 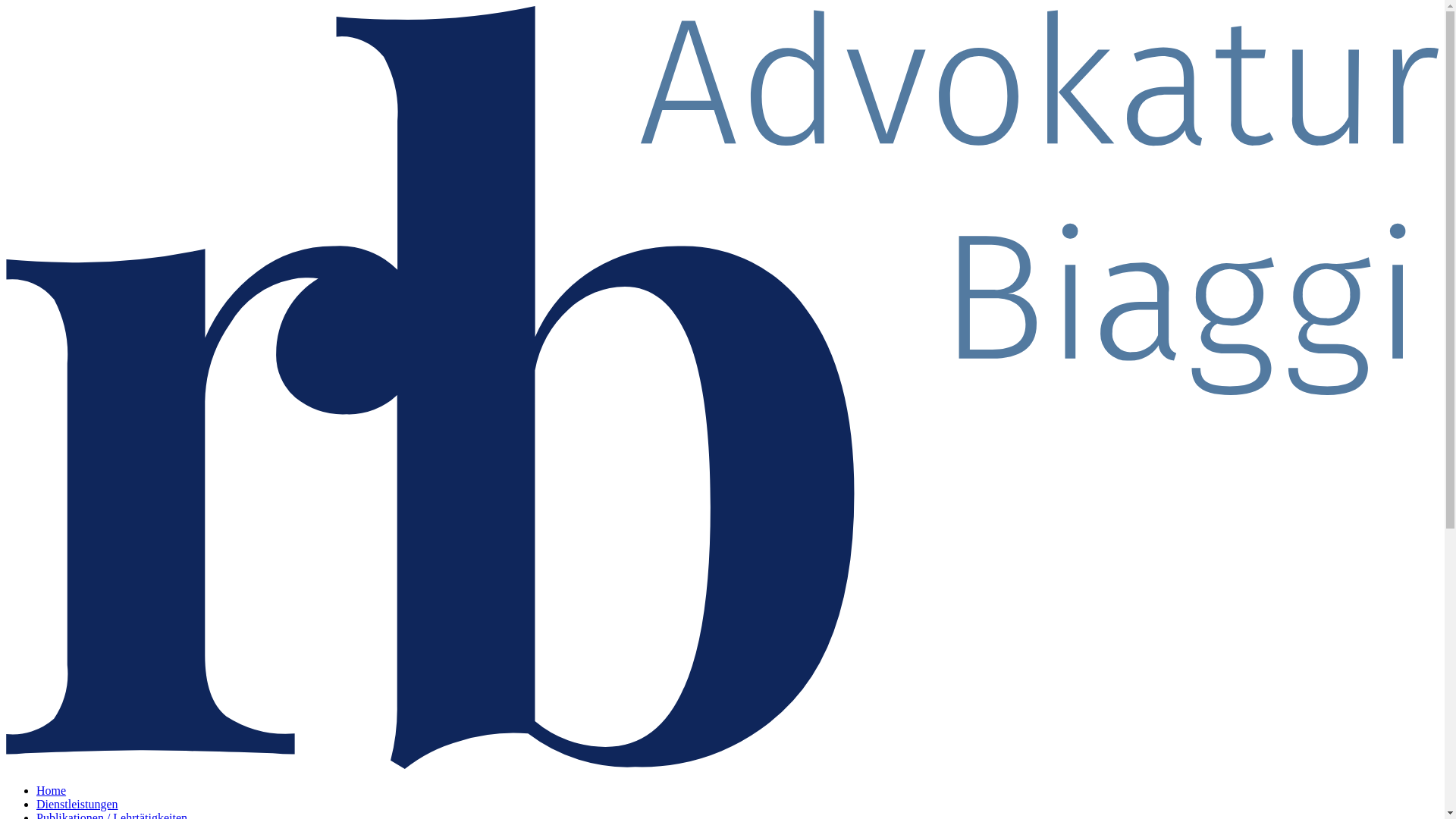 I want to click on 'Home', so click(x=51, y=789).